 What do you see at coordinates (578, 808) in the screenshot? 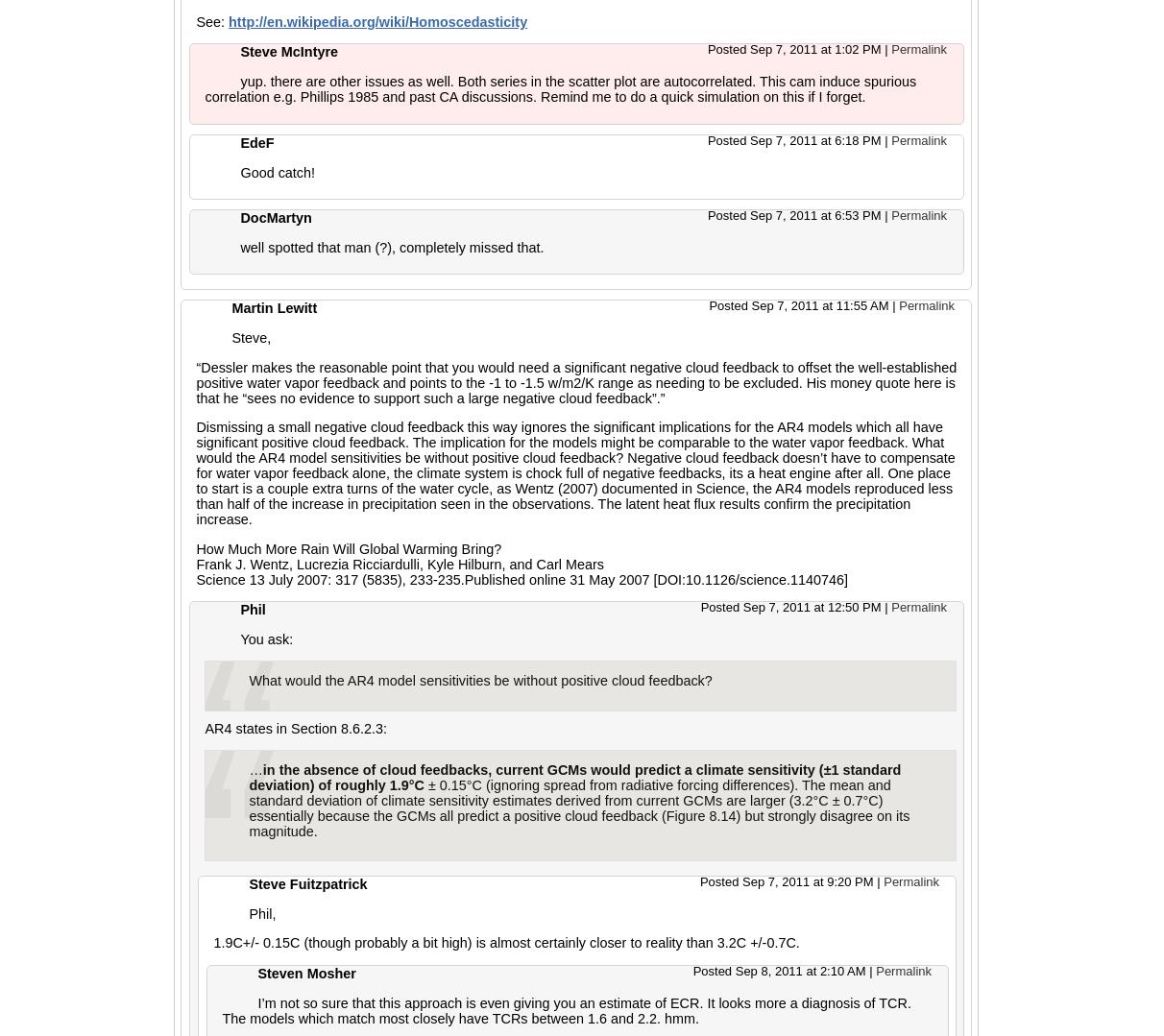
I see `'± 0.15°C (ignoring spread from radiative forcing differences). The mean and standard deviation of climate sensitivity estimates derived from current GCMs are larger (3.2°C ± 0.7°C) essentially because the GCMs all predict a positive cloud feedback (Figure 8.14) but strongly disagree on its magnitude.'` at bounding box center [578, 808].